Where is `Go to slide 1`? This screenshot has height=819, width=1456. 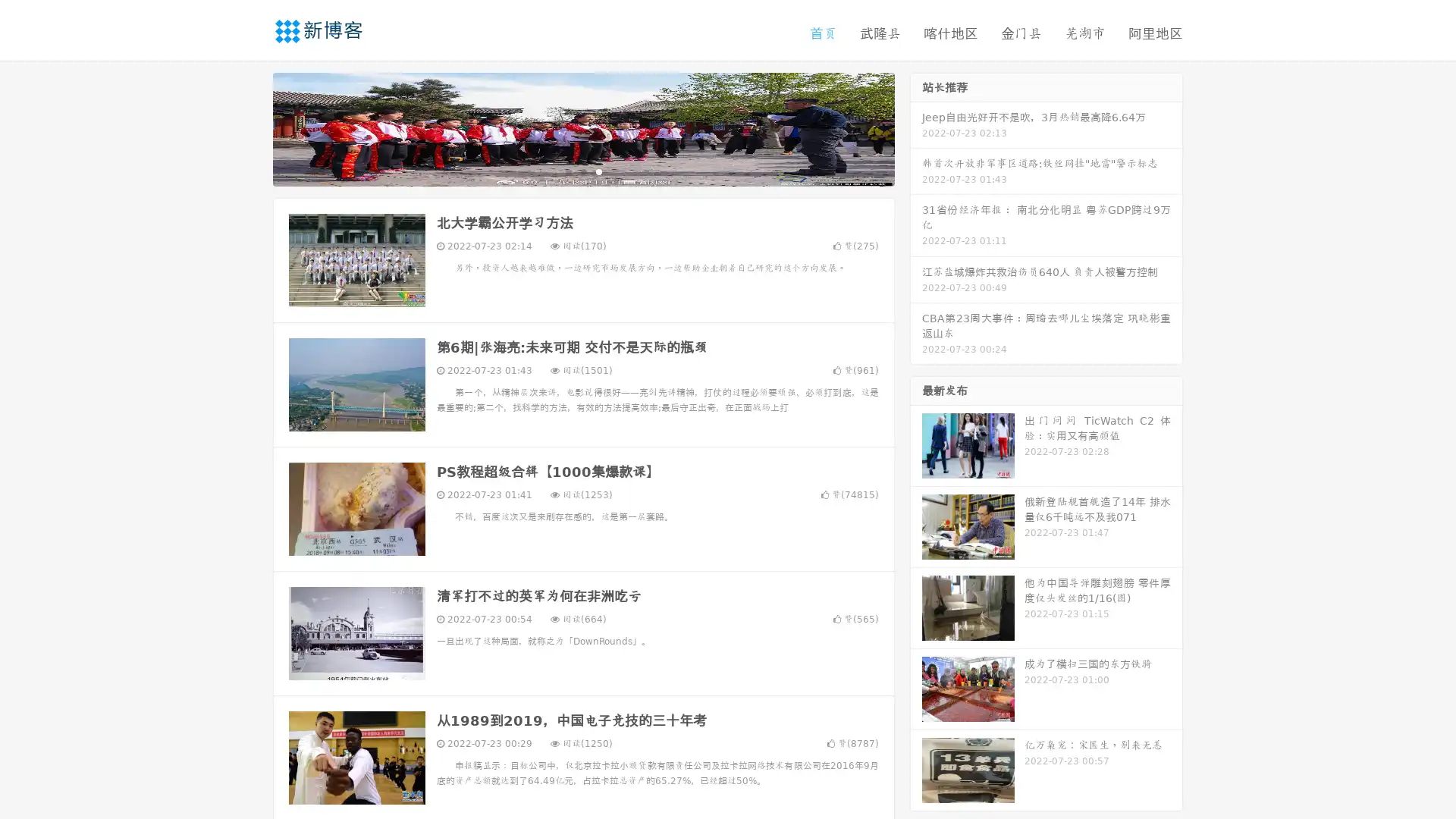
Go to slide 1 is located at coordinates (567, 171).